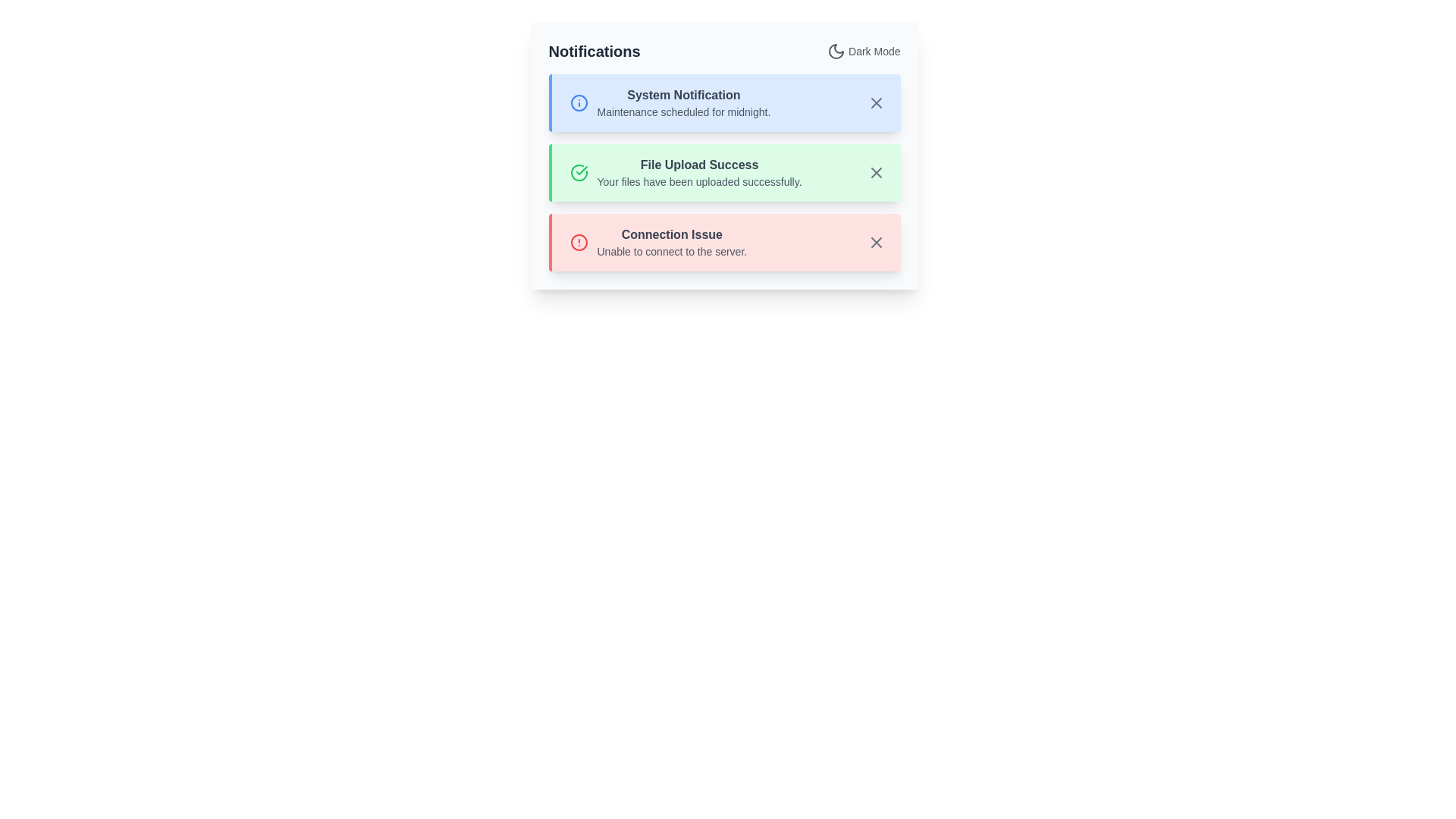  I want to click on the text label that displays additional descriptive information for the 'System Notification' about the scheduled maintenance, located directly below the 'System Notification' text in the blue notification box, so click(682, 111).